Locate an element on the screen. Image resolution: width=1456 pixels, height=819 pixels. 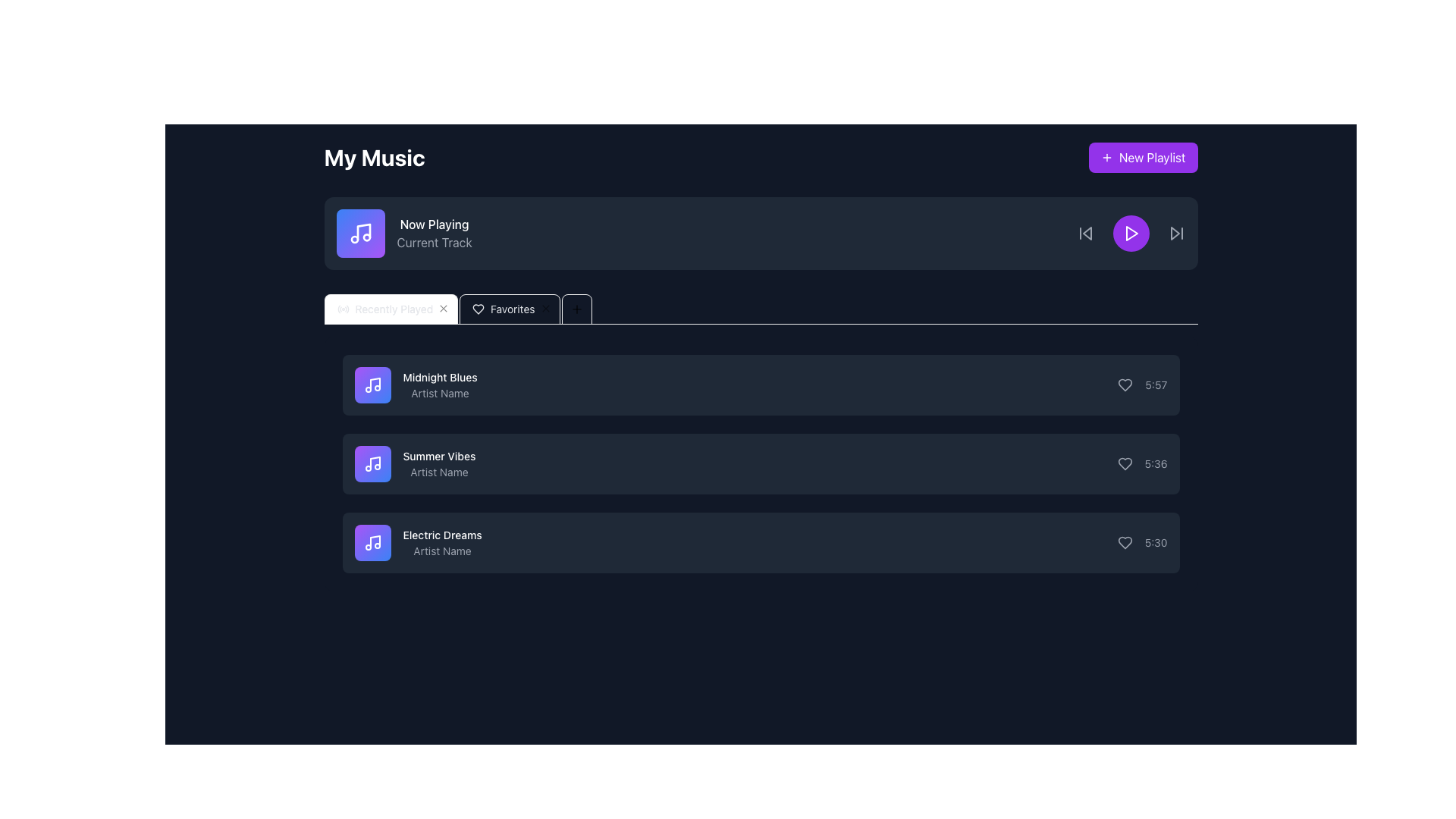
the small 'X' button located in the 'Recently Played' tab header is located at coordinates (443, 309).